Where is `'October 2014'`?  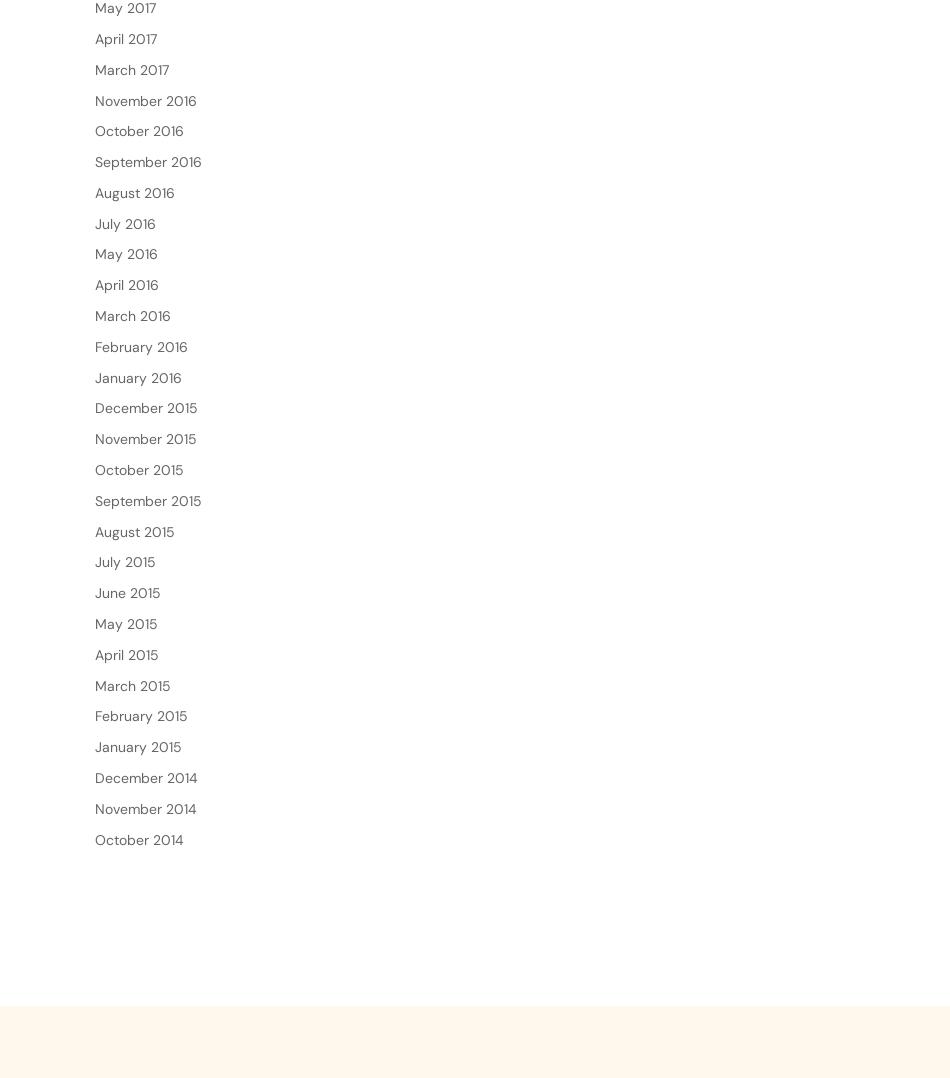
'October 2014' is located at coordinates (95, 903).